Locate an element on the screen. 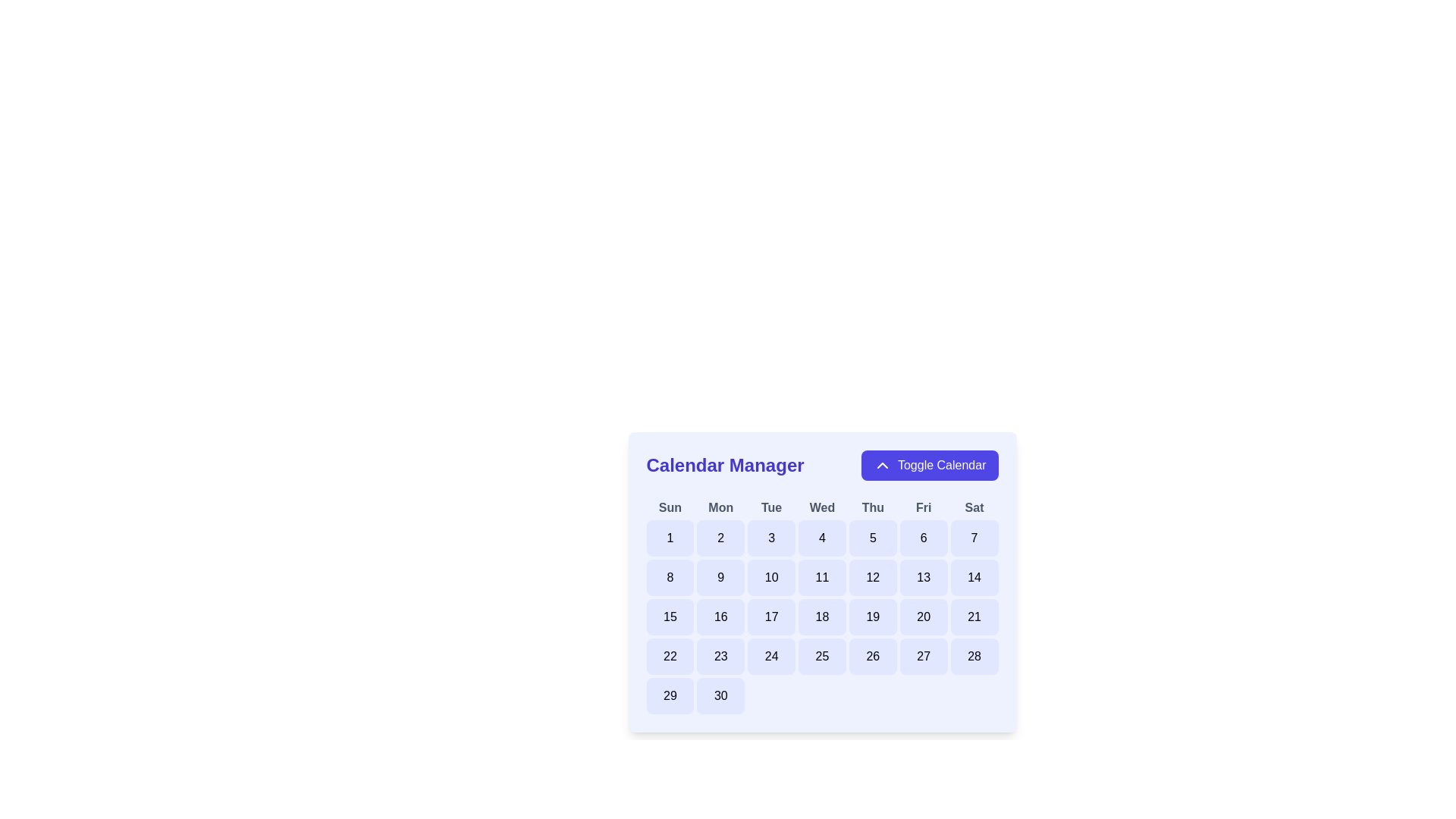 Image resolution: width=1456 pixels, height=819 pixels. the button-like calendar date cell displaying the number '6', located in the first row under the header 'Fri', to change its background color is located at coordinates (923, 537).